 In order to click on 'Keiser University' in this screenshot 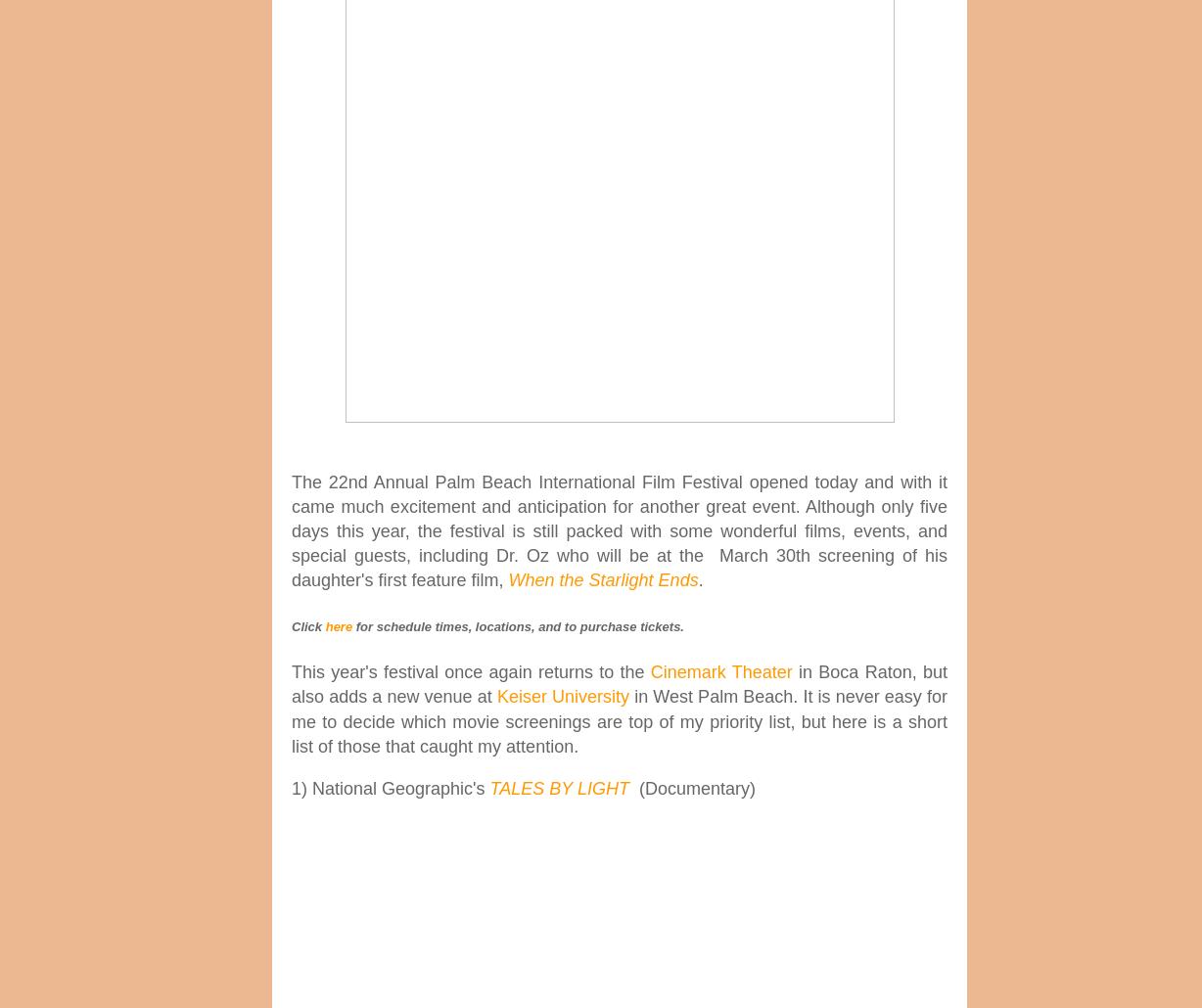, I will do `click(561, 697)`.